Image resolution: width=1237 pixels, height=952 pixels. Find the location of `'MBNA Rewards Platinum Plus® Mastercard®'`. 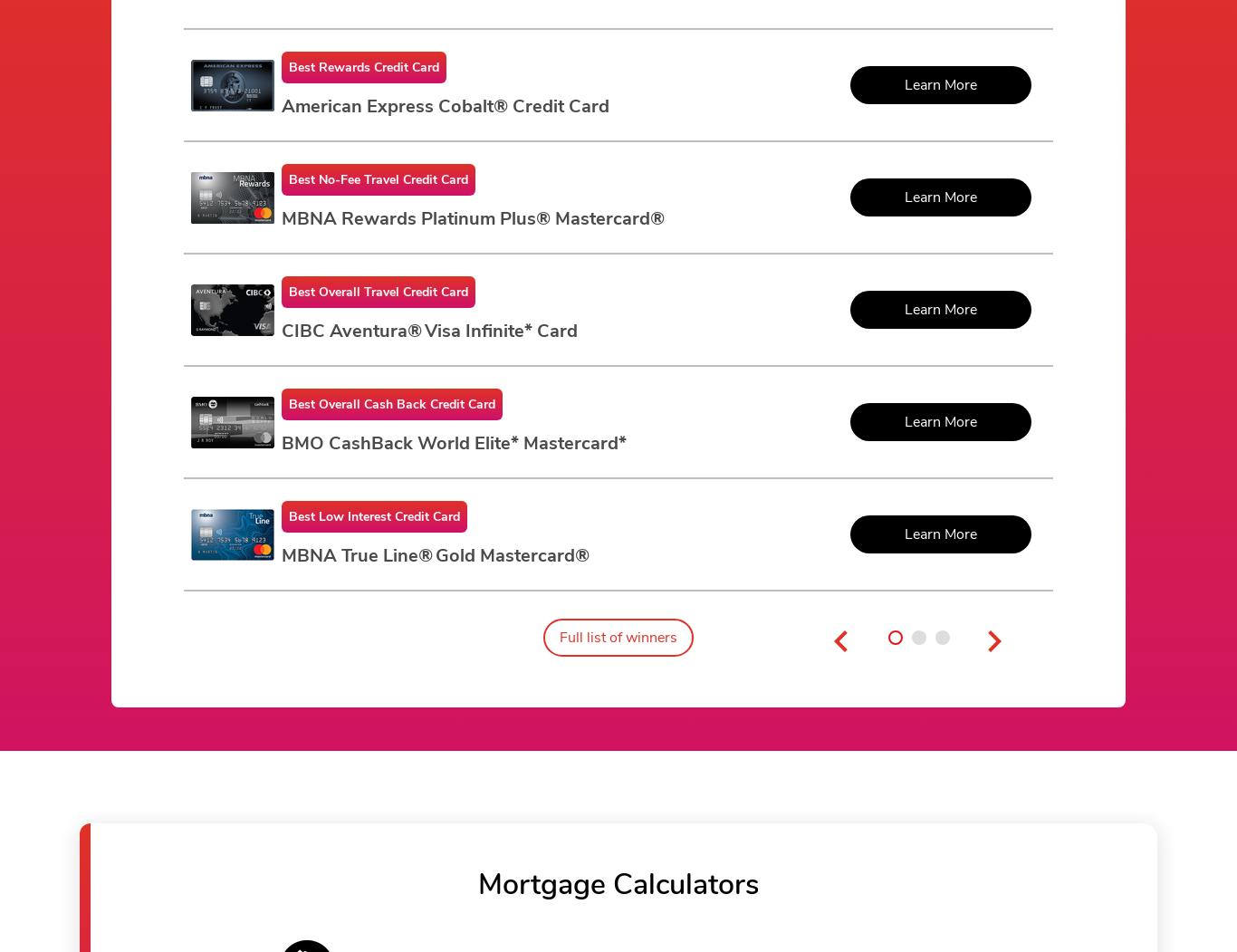

'MBNA Rewards Platinum Plus® Mastercard®' is located at coordinates (473, 217).